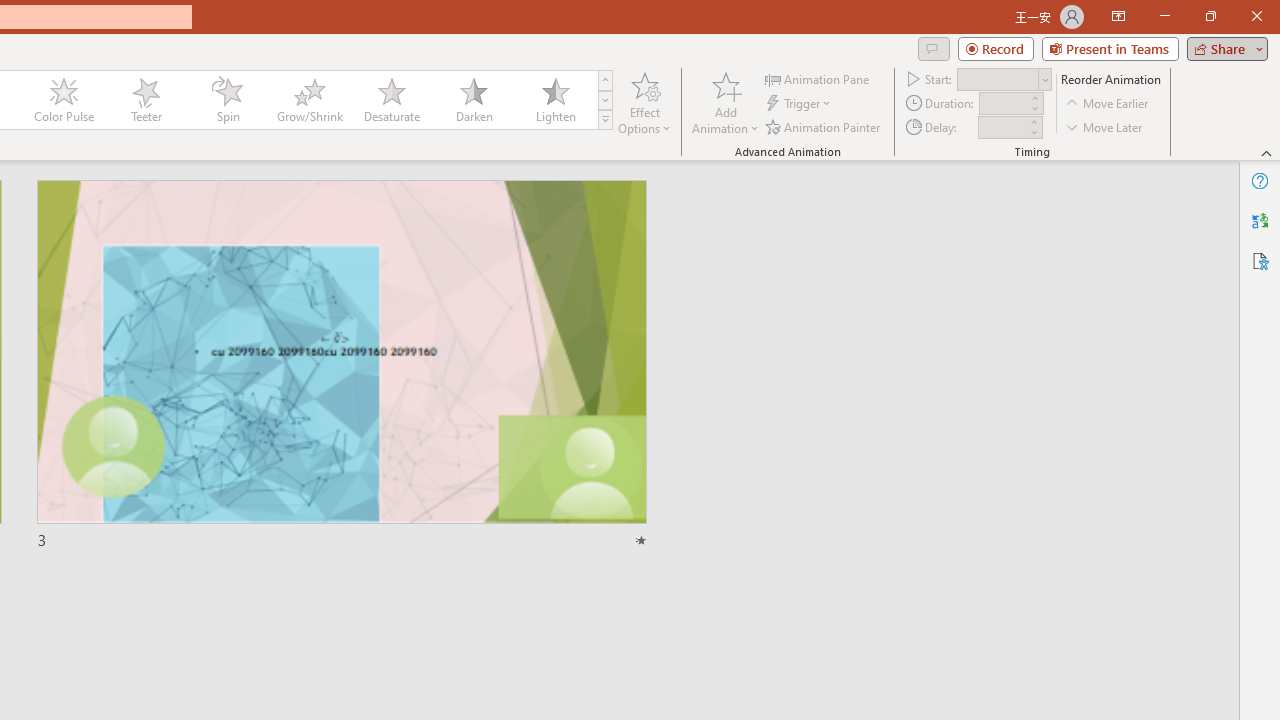  I want to click on 'Teeter', so click(144, 100).